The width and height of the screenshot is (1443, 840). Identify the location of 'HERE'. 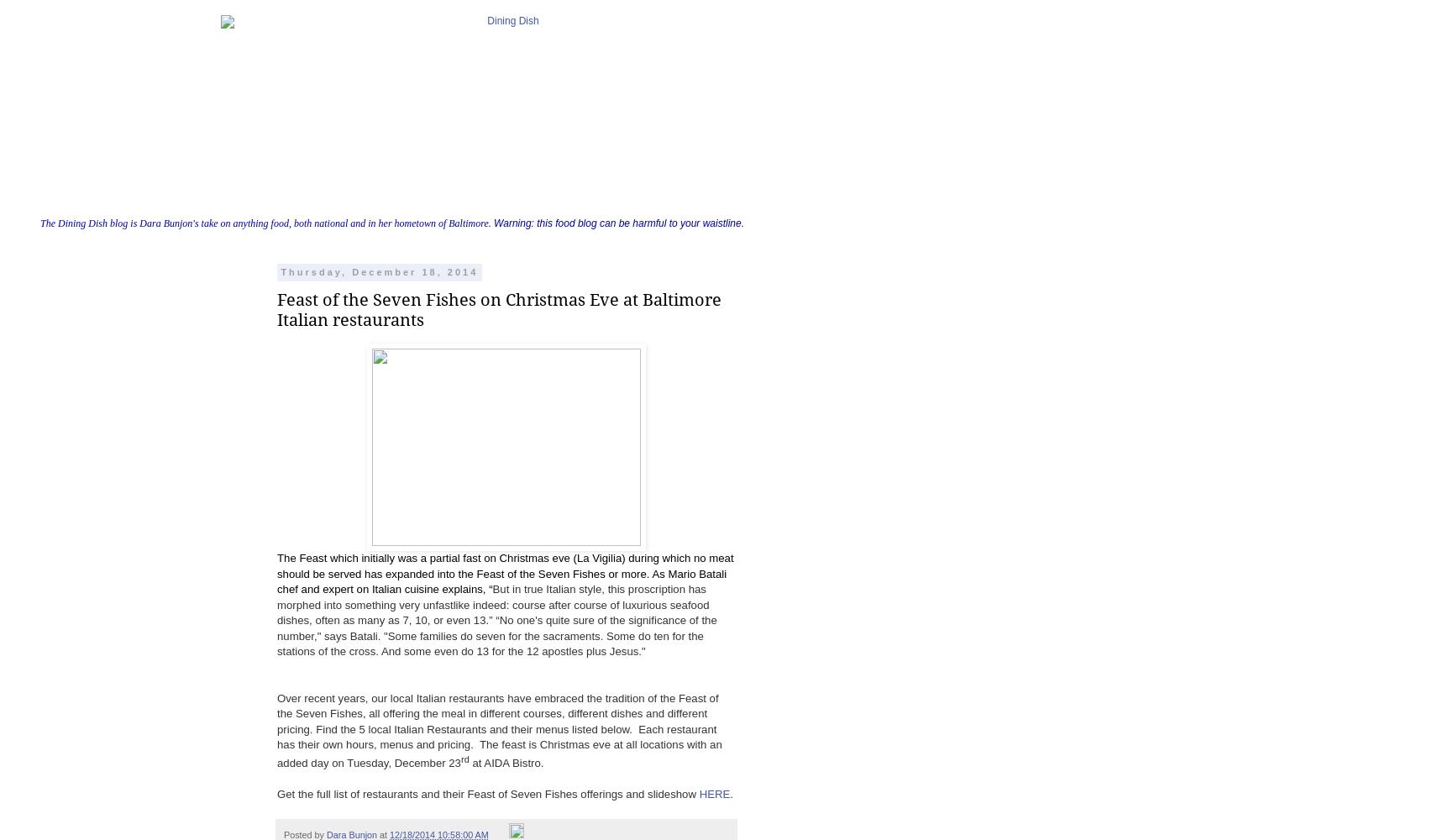
(699, 792).